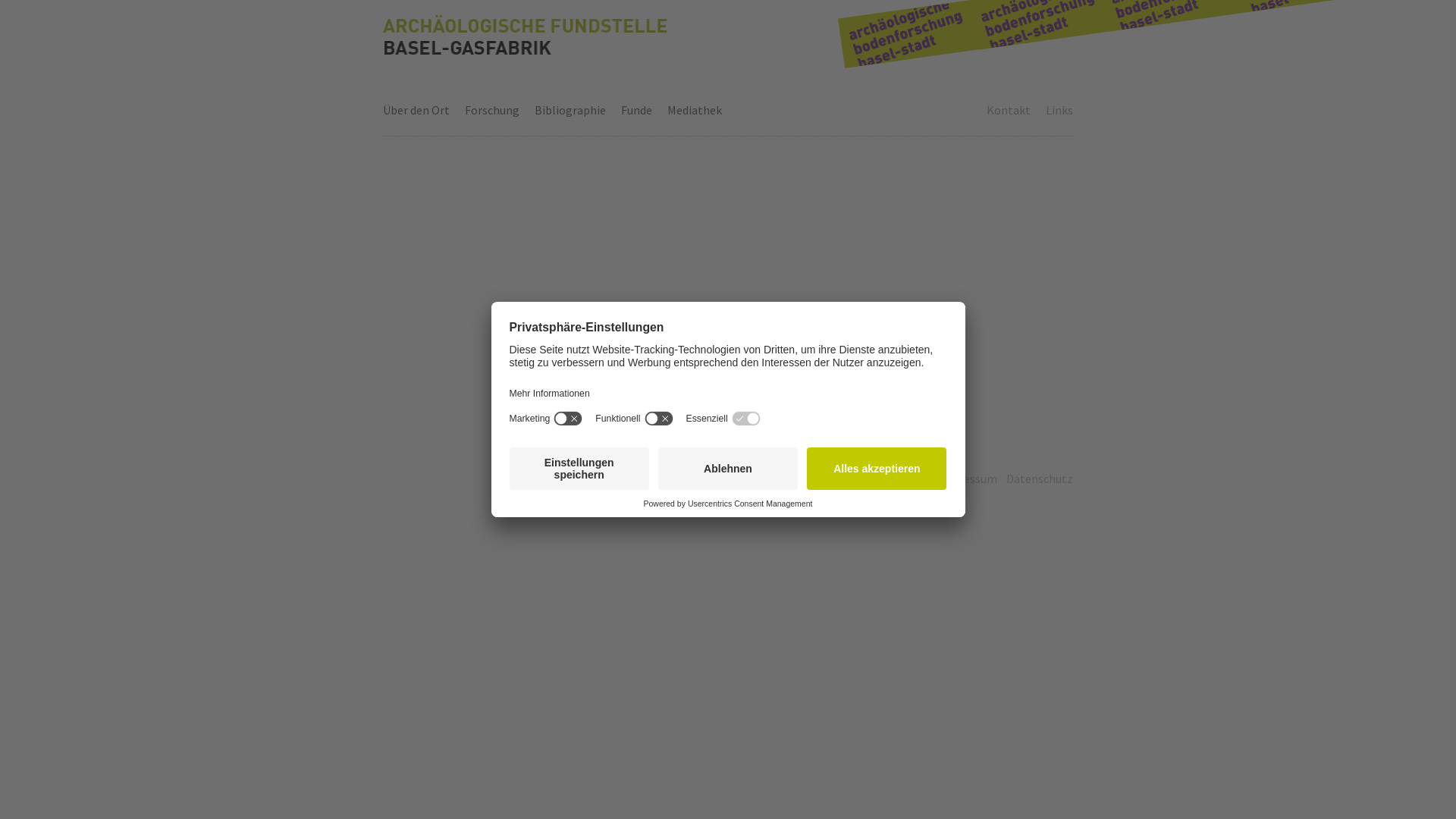 The image size is (1456, 819). Describe the element at coordinates (491, 109) in the screenshot. I see `'Forschung'` at that location.